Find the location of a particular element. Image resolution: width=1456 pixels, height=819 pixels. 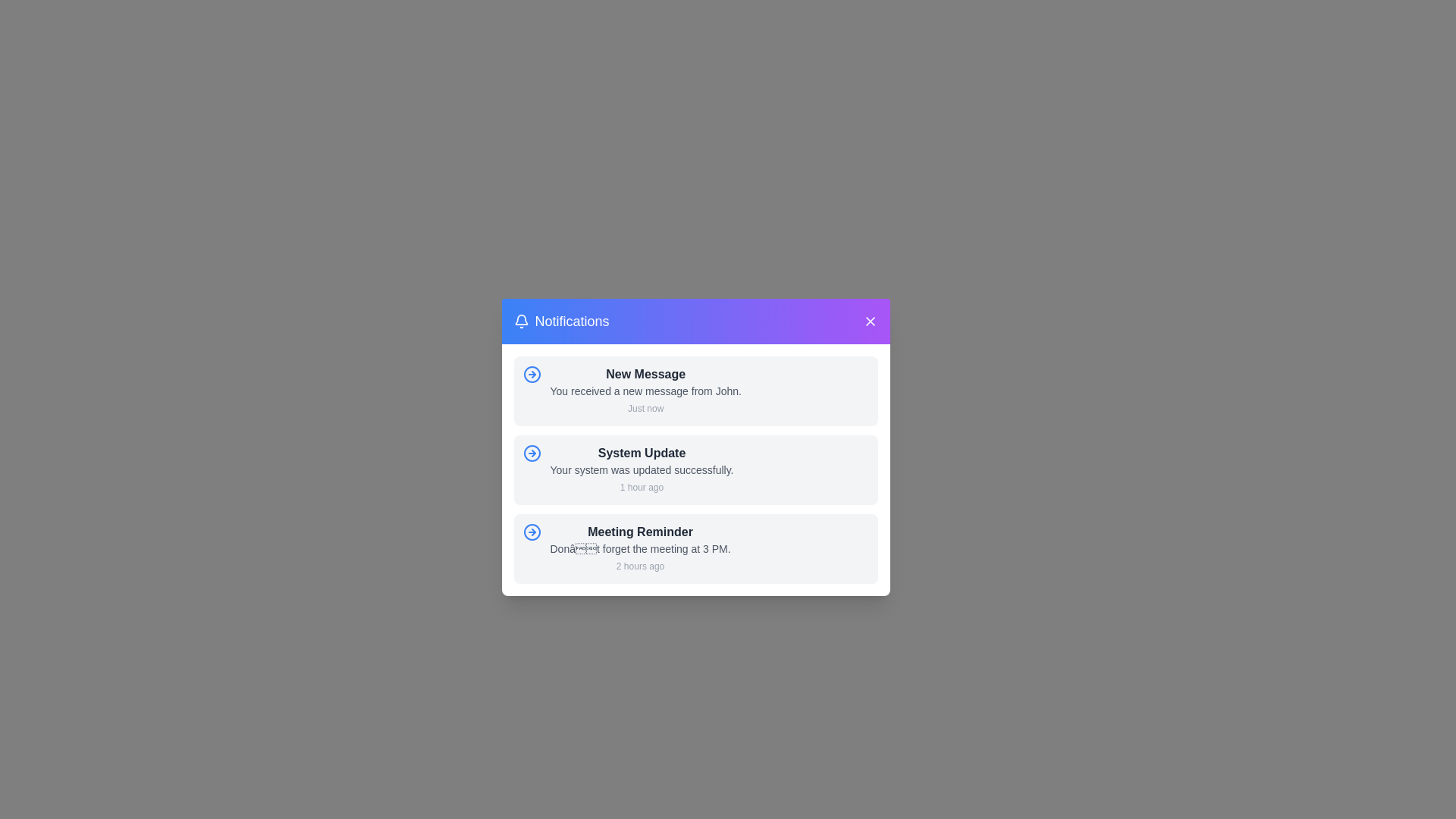

the timestamp text label for the 'Meeting Reminder' notification, which is positioned at the bottom right corner of the notification's text and icon is located at coordinates (640, 566).